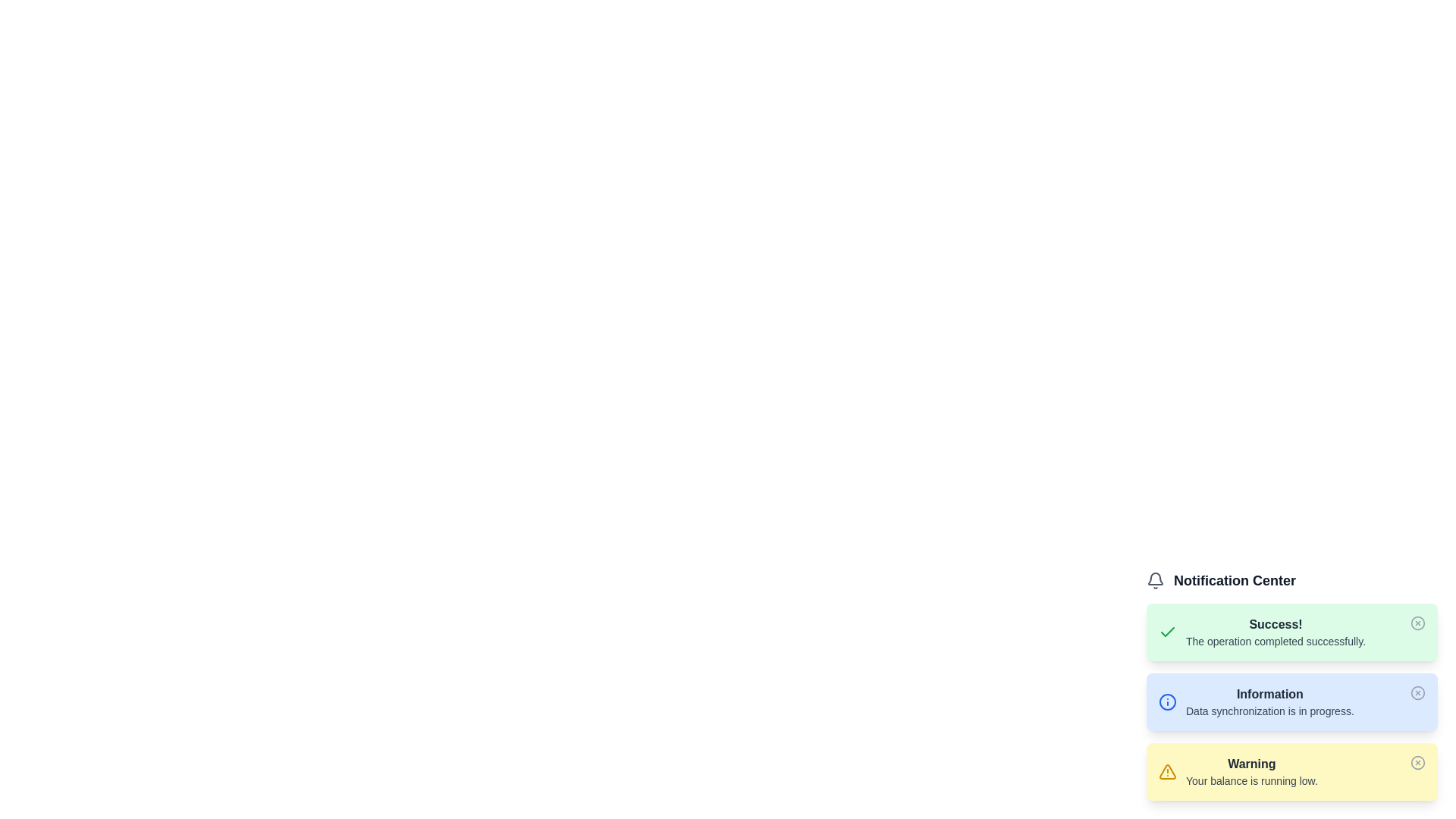 This screenshot has width=1456, height=819. What do you see at coordinates (1262, 632) in the screenshot?
I see `message from the Alert notification that displays a green checkmark icon, a bolded heading 'Success!', and subtext 'The operation completed successfully.'` at bounding box center [1262, 632].